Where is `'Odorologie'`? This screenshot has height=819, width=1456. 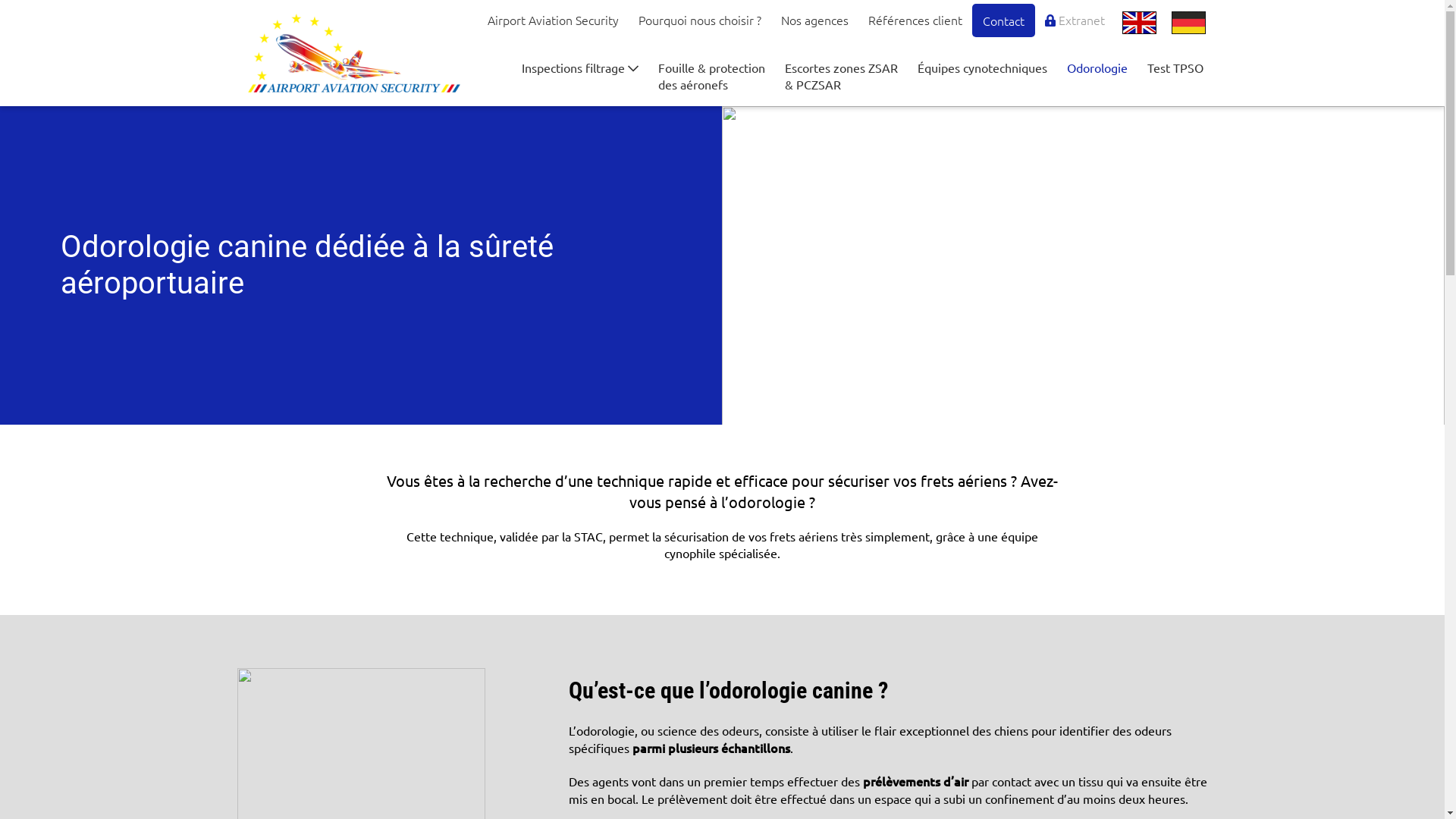 'Odorologie' is located at coordinates (1097, 66).